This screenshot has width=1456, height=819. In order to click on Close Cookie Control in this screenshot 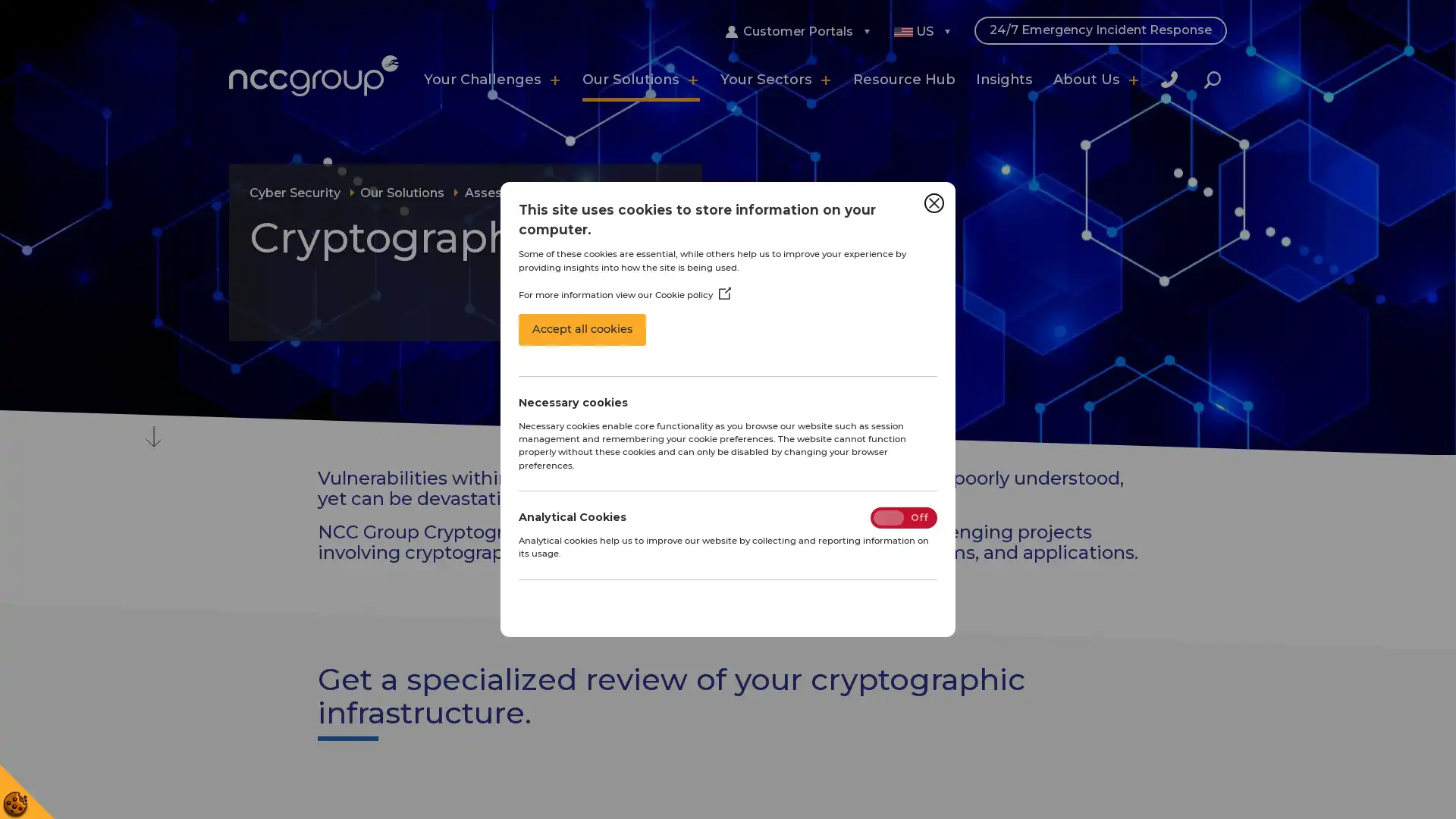, I will do `click(934, 202)`.